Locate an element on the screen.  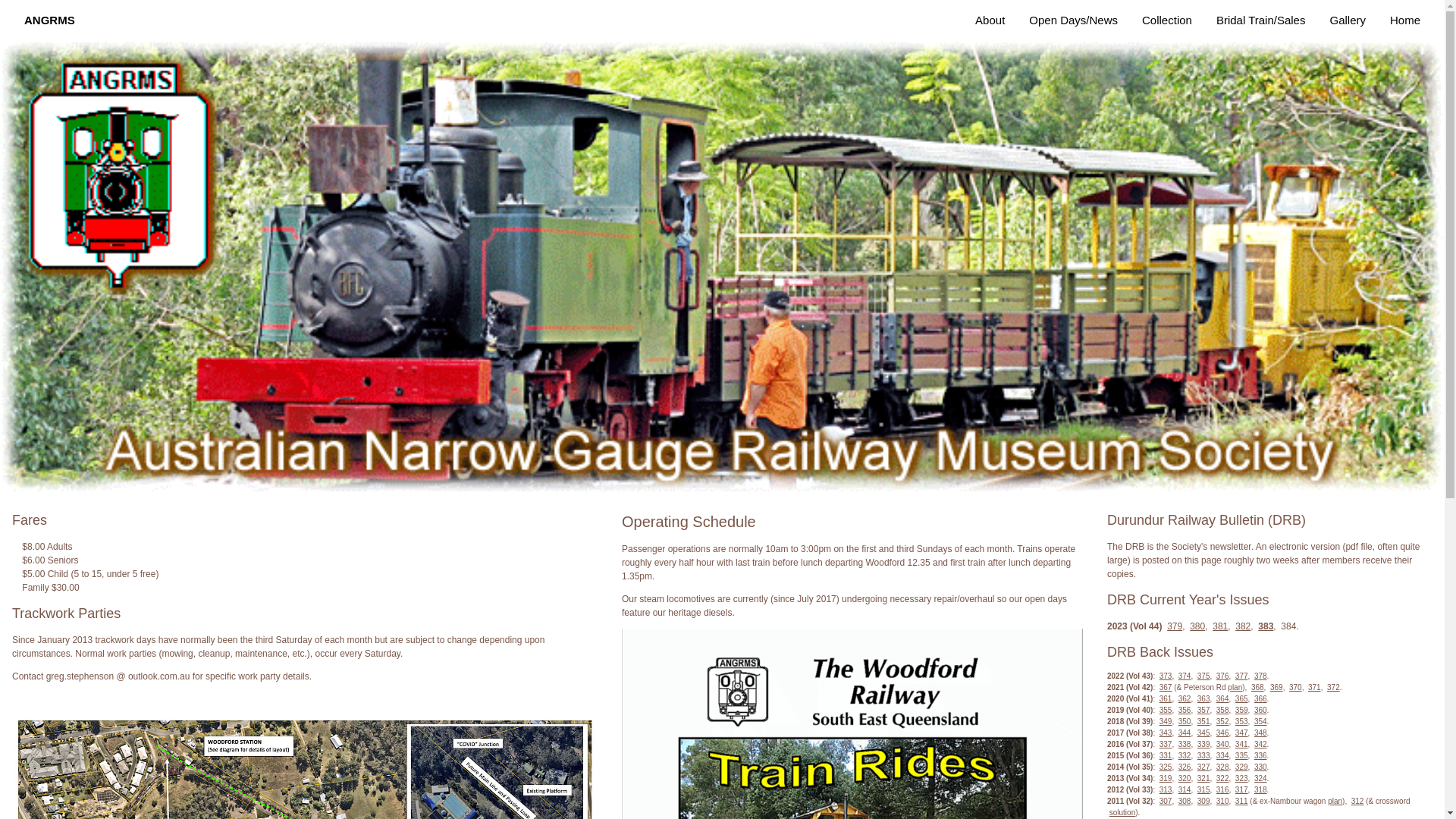
'348' is located at coordinates (1254, 732).